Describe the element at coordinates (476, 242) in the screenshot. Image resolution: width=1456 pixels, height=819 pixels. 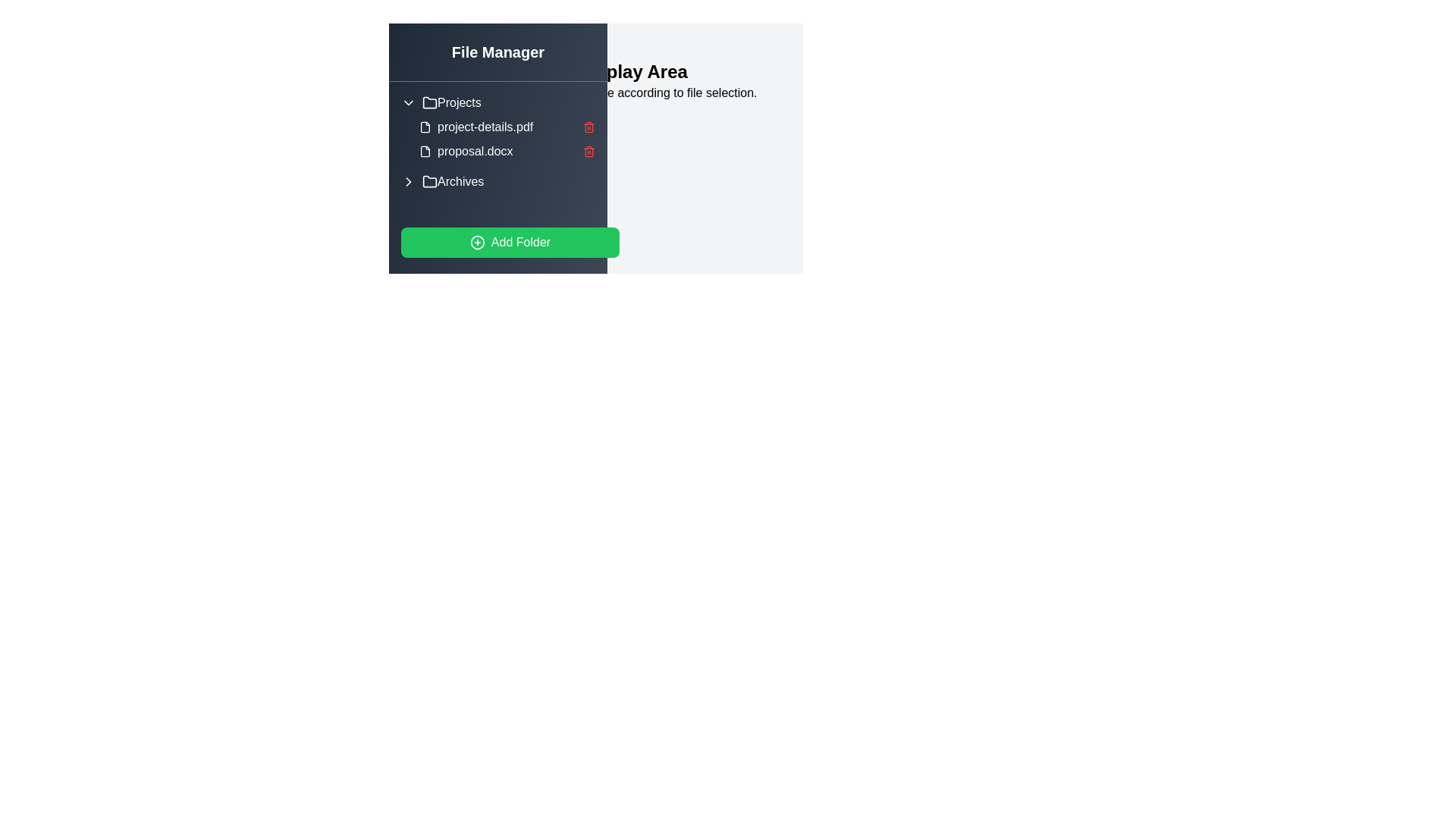
I see `the circular icon with a plus sign (+) at the center, located within the green 'Add Folder' button in the sidebar` at that location.